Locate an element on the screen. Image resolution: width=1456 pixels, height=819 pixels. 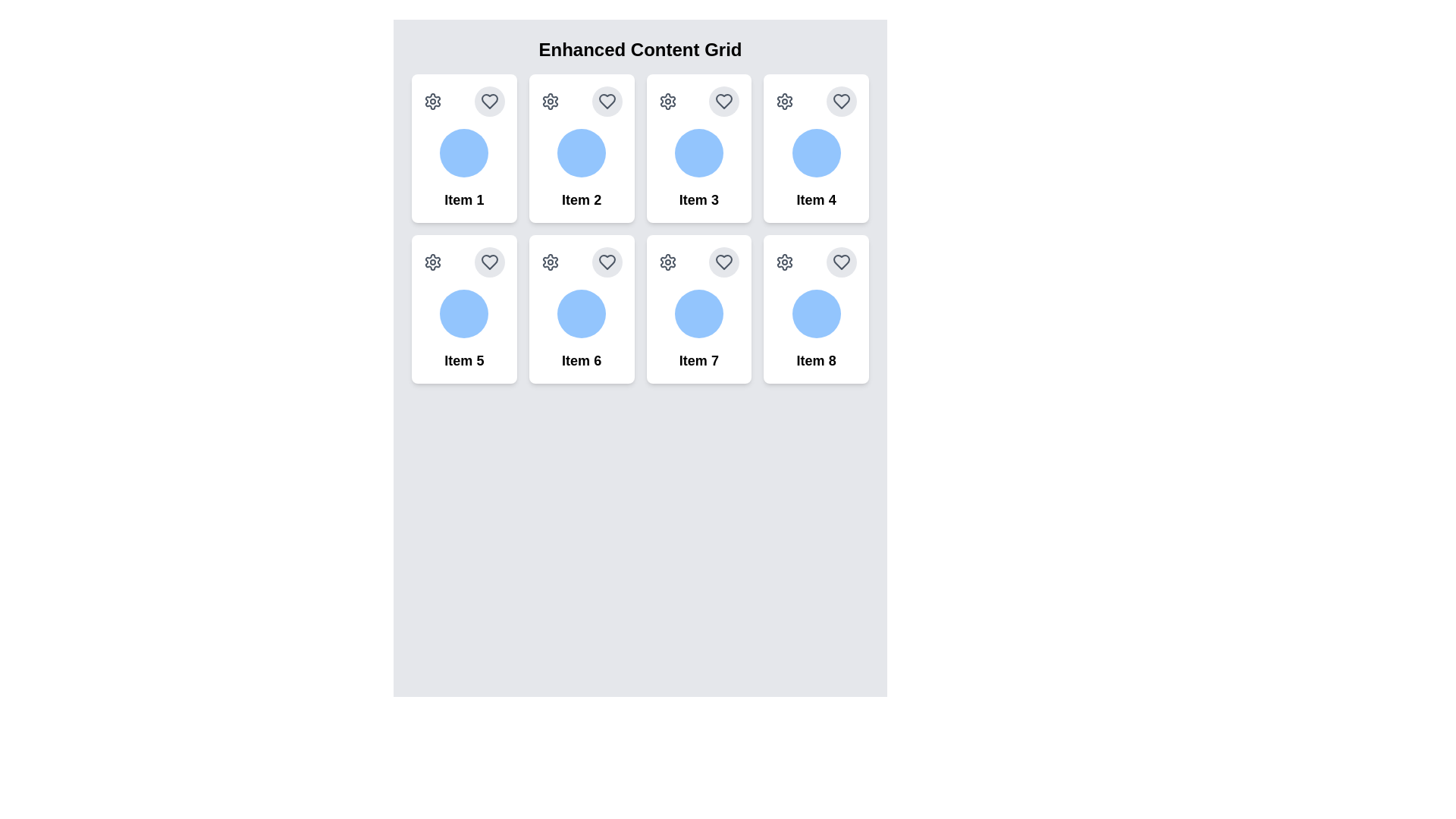
the card located in the second row and second column of the grid, which is adjacent to 'Item 5' and below 'Item 2' is located at coordinates (581, 309).